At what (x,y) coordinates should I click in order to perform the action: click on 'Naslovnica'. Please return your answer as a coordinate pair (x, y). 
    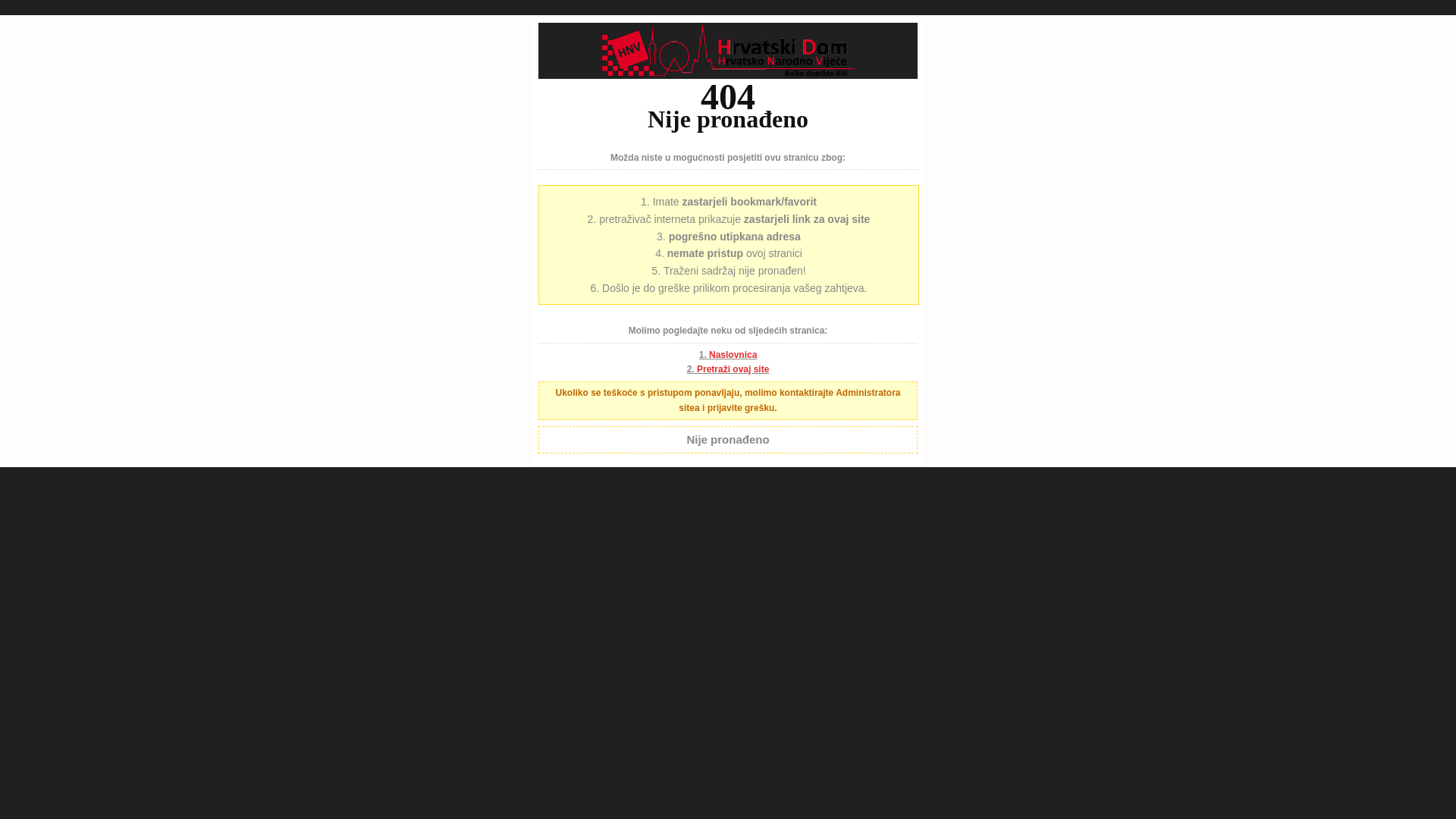
    Looking at the image, I should click on (733, 354).